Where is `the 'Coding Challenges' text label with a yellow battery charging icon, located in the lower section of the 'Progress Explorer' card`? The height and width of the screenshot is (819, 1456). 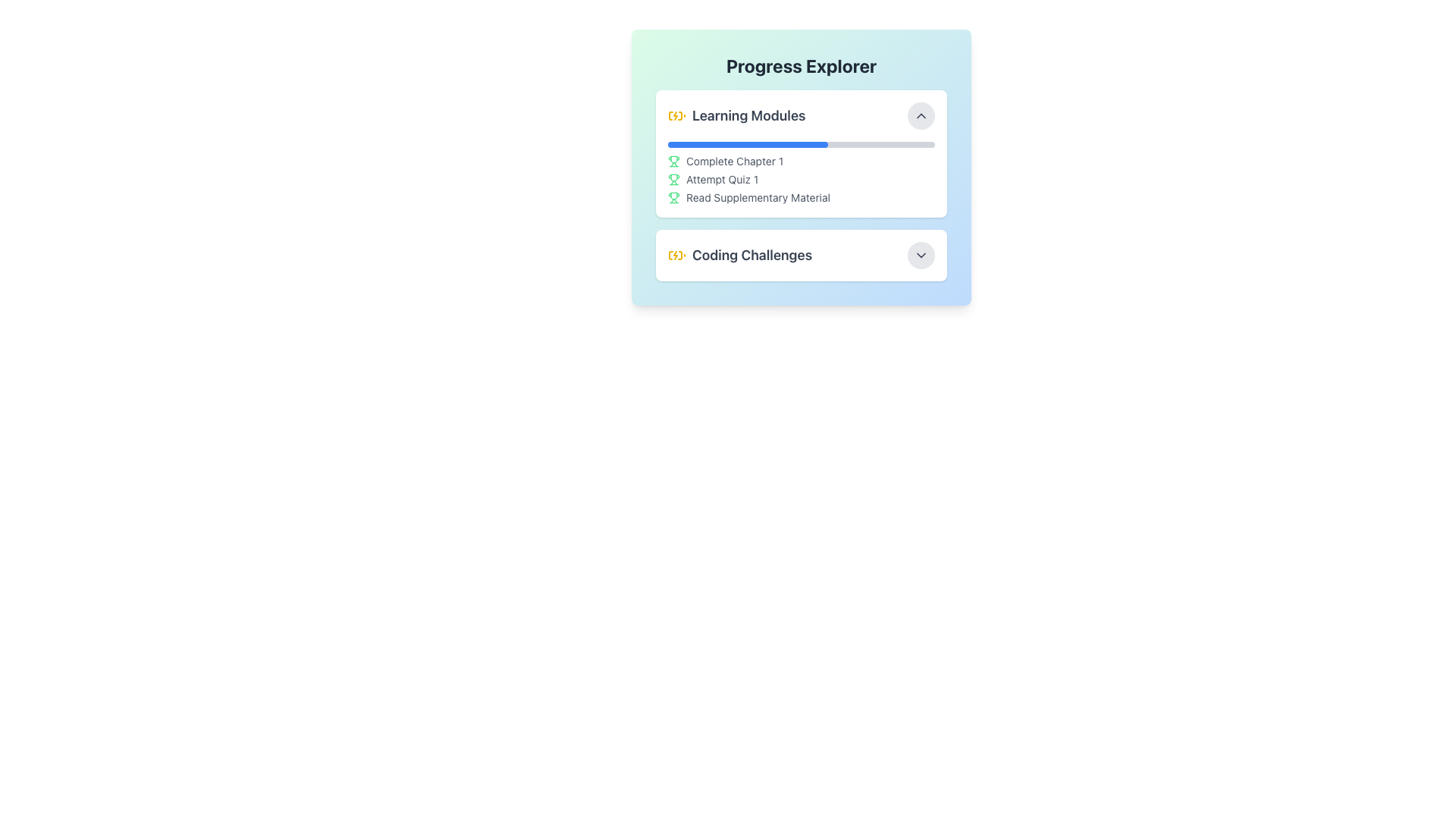 the 'Coding Challenges' text label with a yellow battery charging icon, located in the lower section of the 'Progress Explorer' card is located at coordinates (740, 254).